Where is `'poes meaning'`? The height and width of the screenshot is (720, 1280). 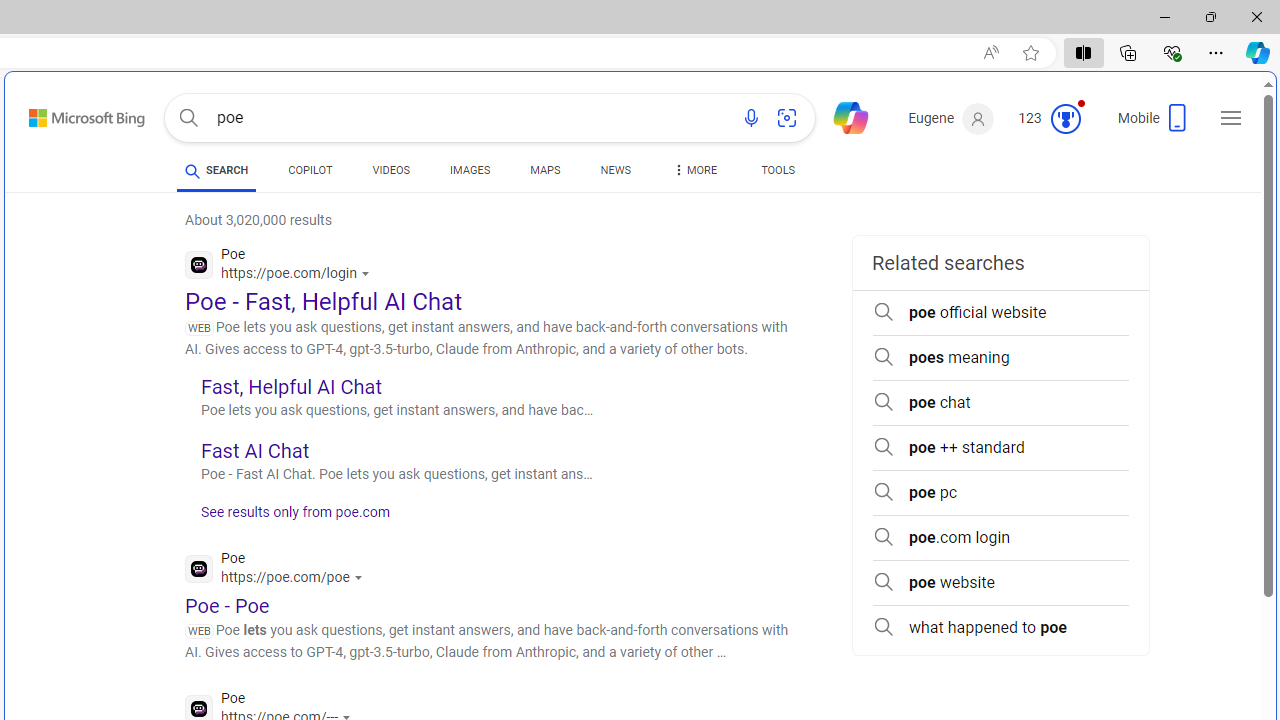 'poes meaning' is located at coordinates (1000, 357).